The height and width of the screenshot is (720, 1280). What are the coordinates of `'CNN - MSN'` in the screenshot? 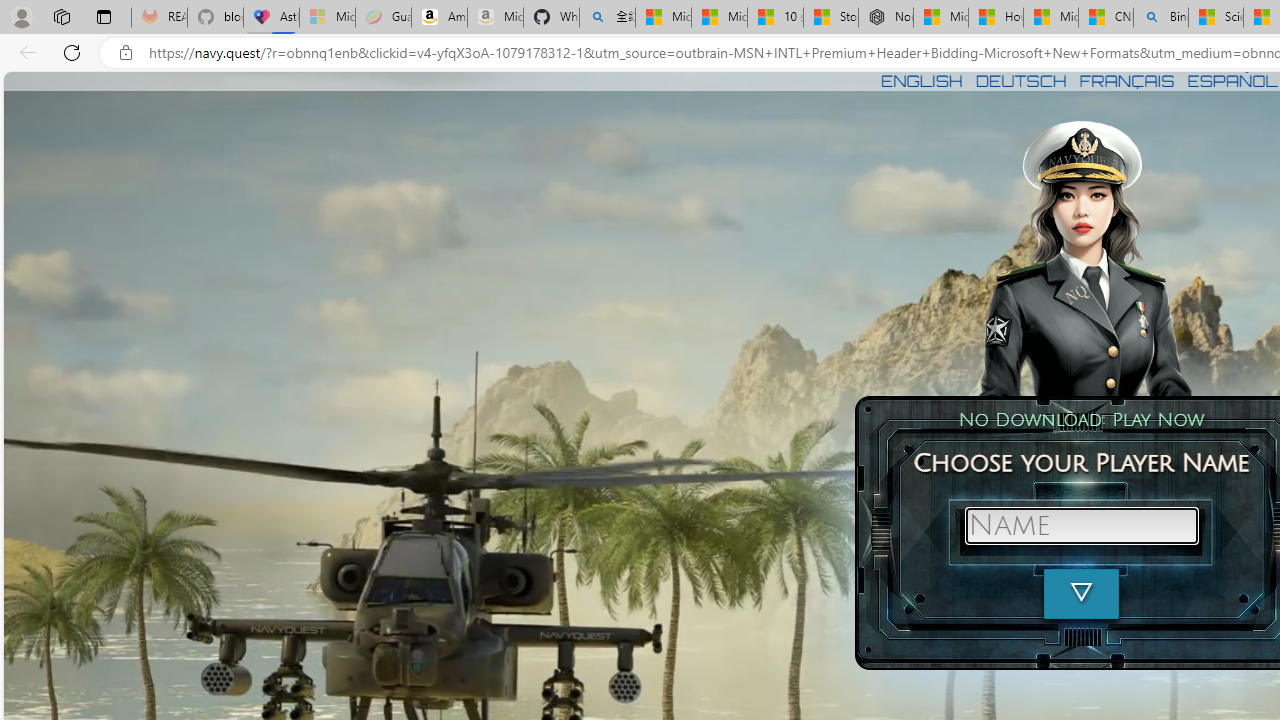 It's located at (1104, 17).